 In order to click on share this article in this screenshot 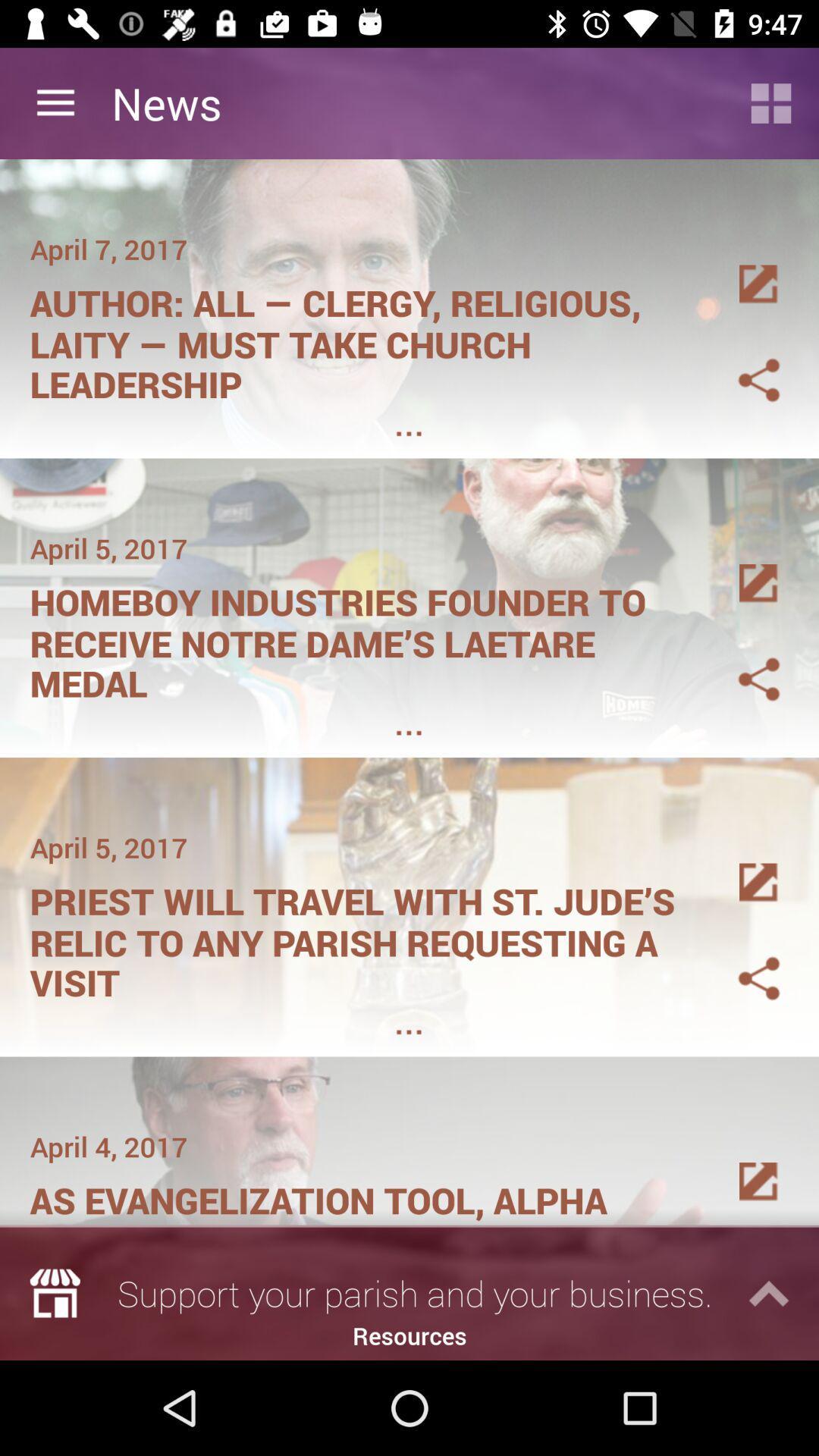, I will do `click(740, 361)`.